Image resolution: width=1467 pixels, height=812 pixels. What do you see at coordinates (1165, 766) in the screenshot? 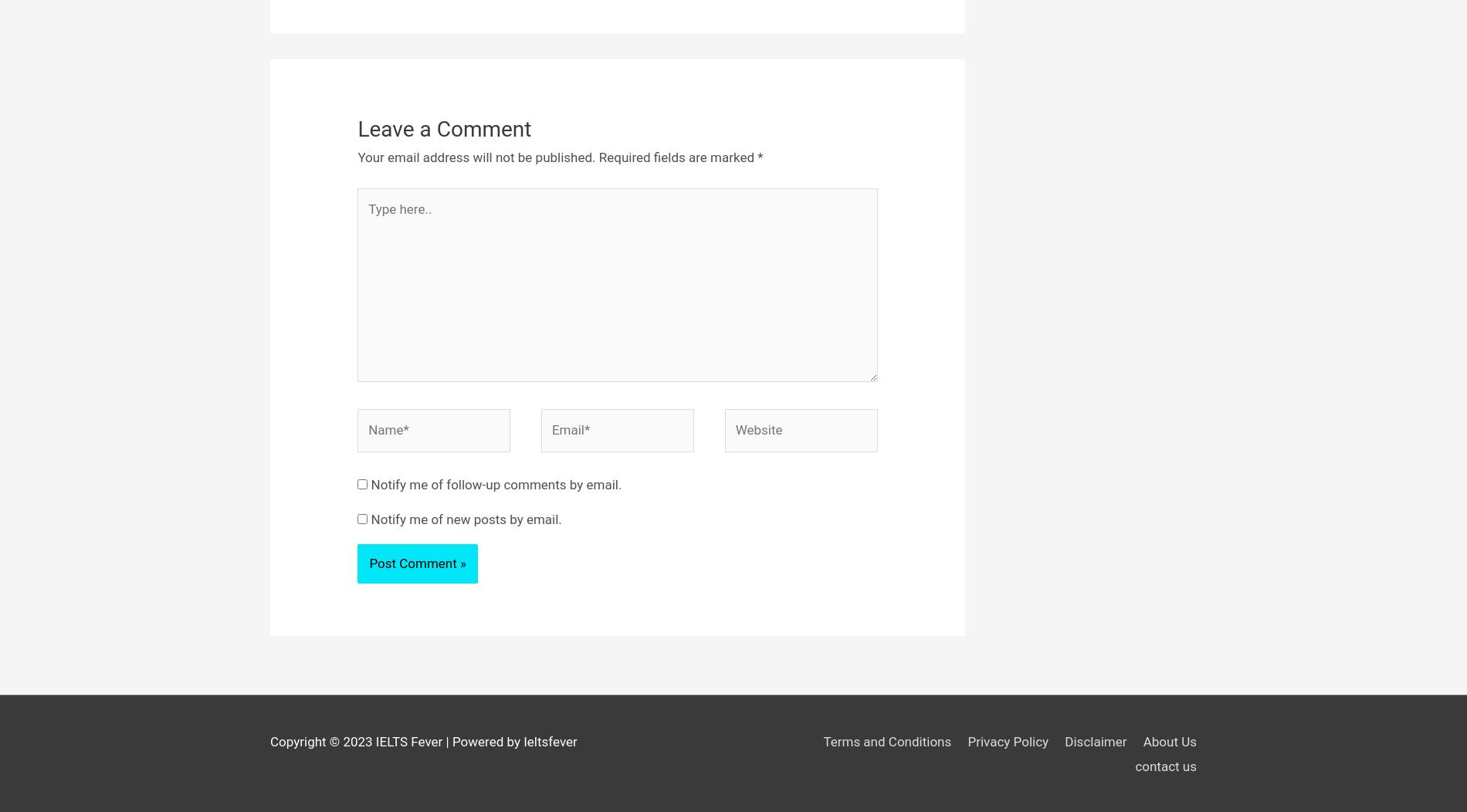
I see `'contact us'` at bounding box center [1165, 766].